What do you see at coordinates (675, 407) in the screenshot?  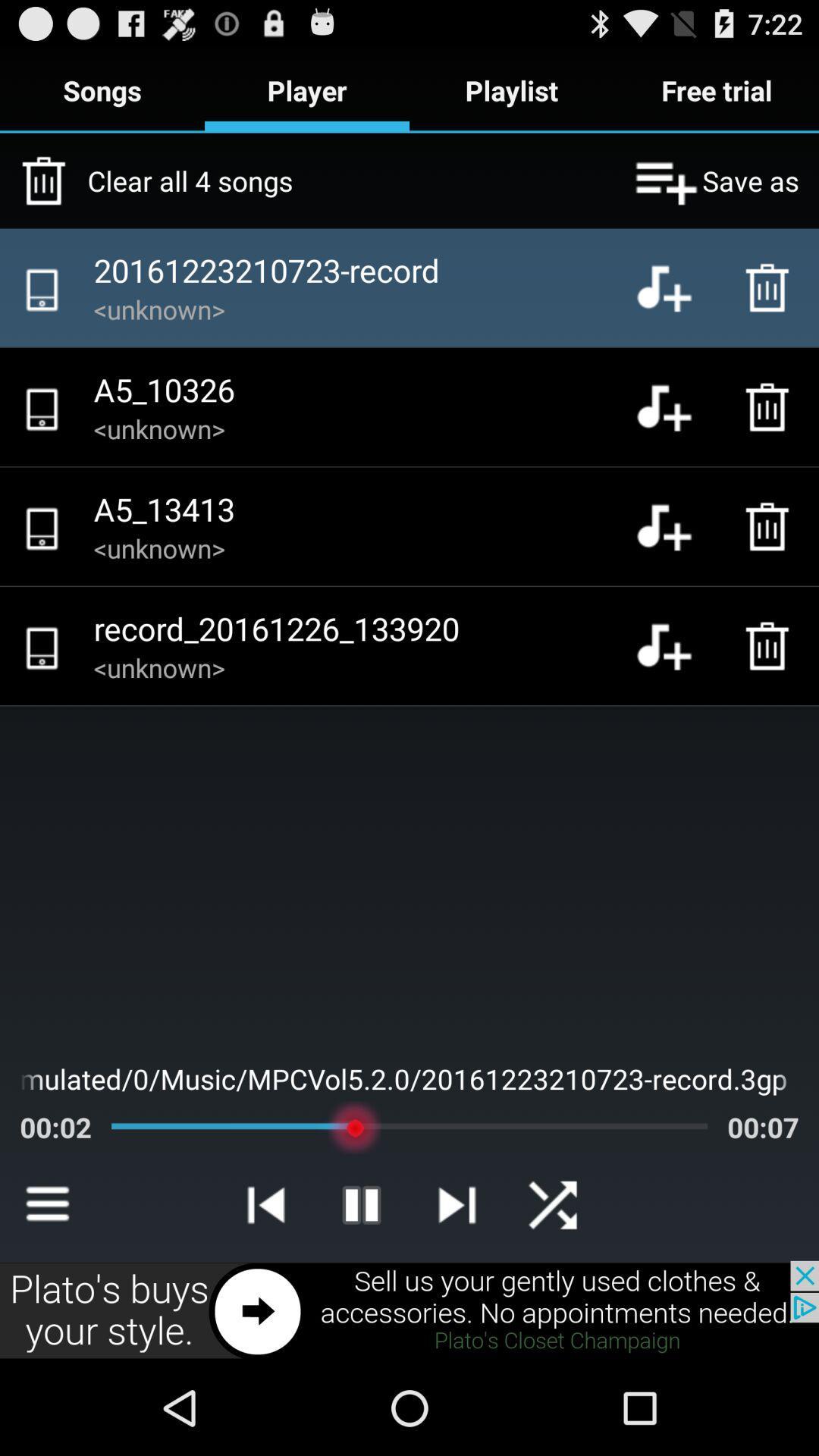 I see `song` at bounding box center [675, 407].